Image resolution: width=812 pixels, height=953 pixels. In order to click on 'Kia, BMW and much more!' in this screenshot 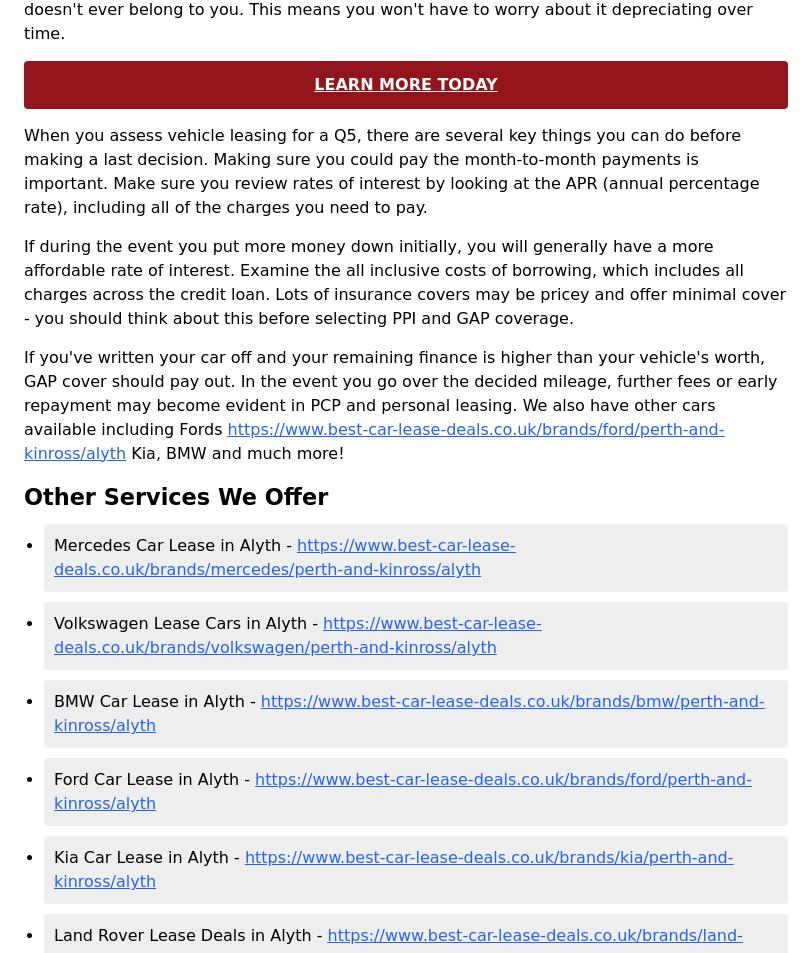, I will do `click(233, 451)`.